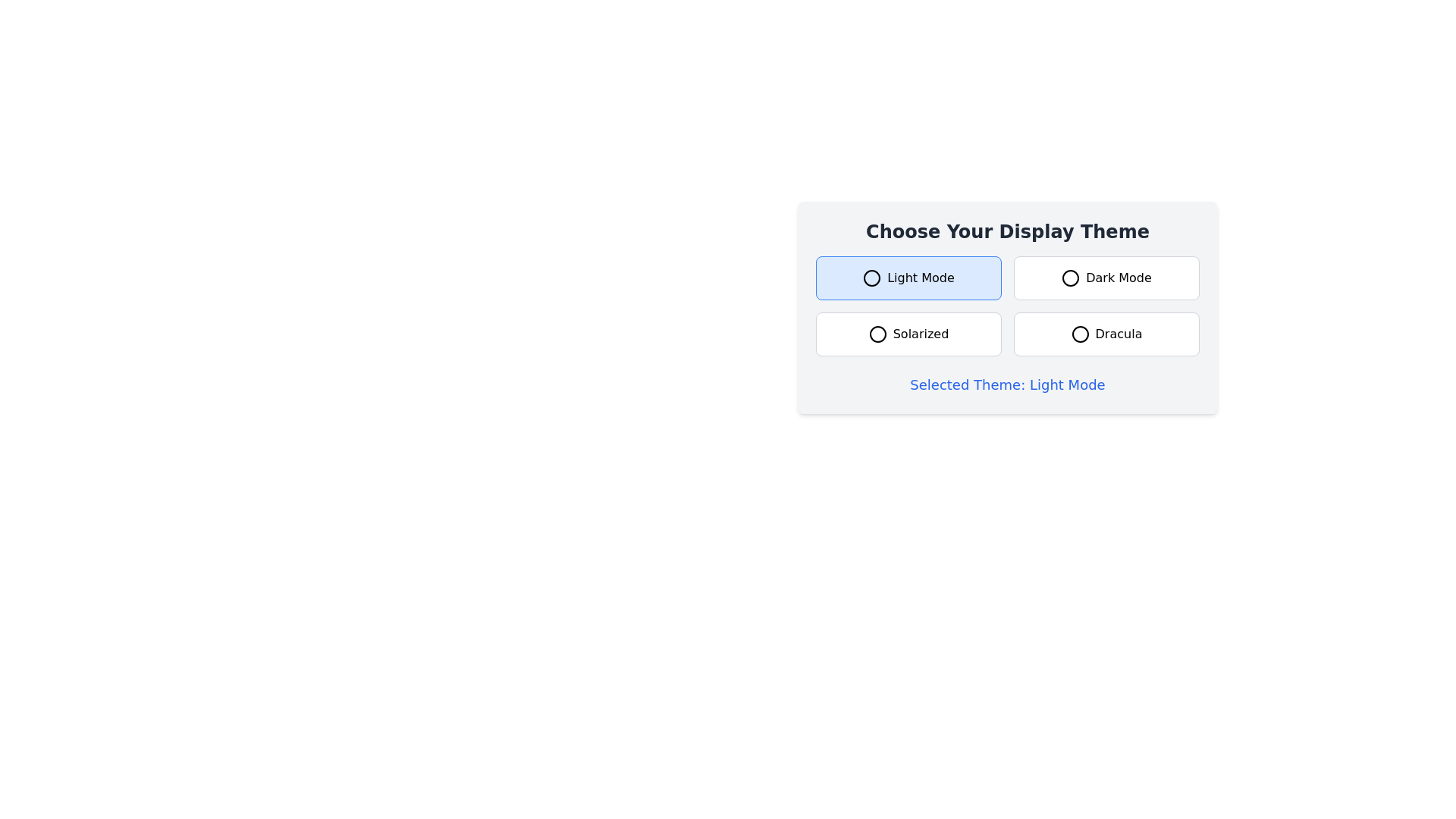  I want to click on the button, so click(908, 333).